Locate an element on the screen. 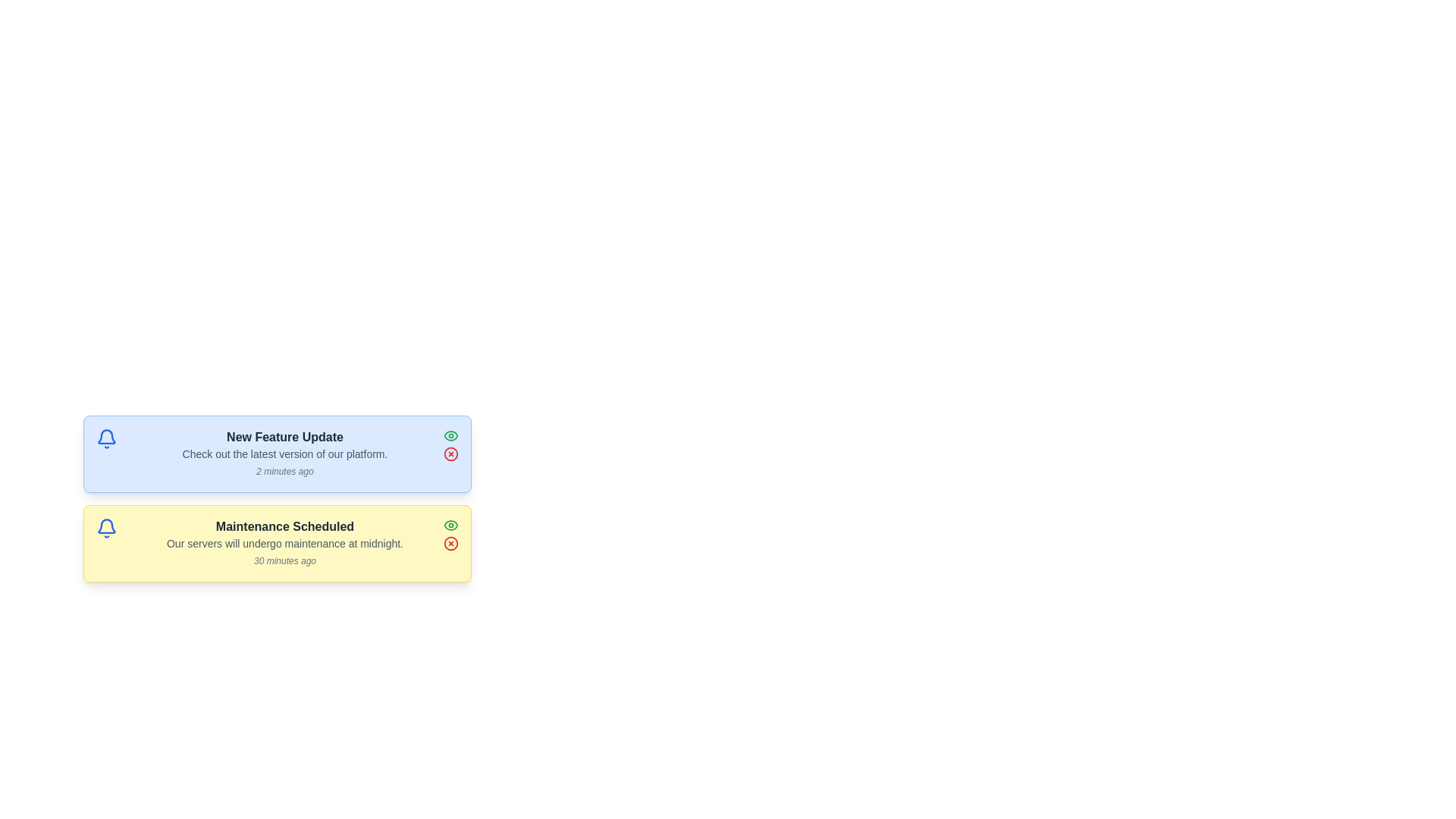  the notification titled 'New Feature Update' to view its details is located at coordinates (277, 453).